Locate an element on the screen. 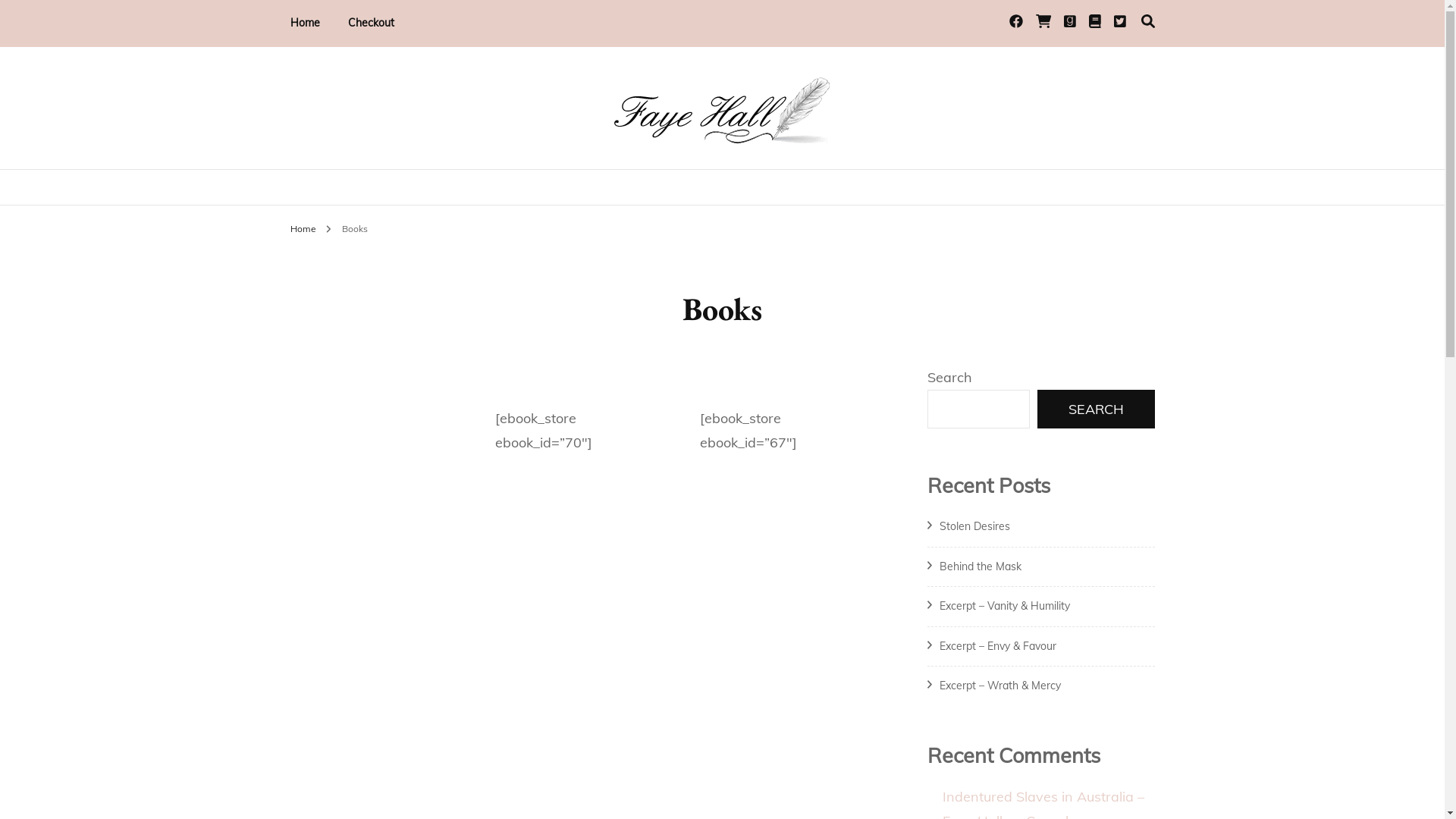 The image size is (1456, 819). 'Home' is located at coordinates (290, 228).